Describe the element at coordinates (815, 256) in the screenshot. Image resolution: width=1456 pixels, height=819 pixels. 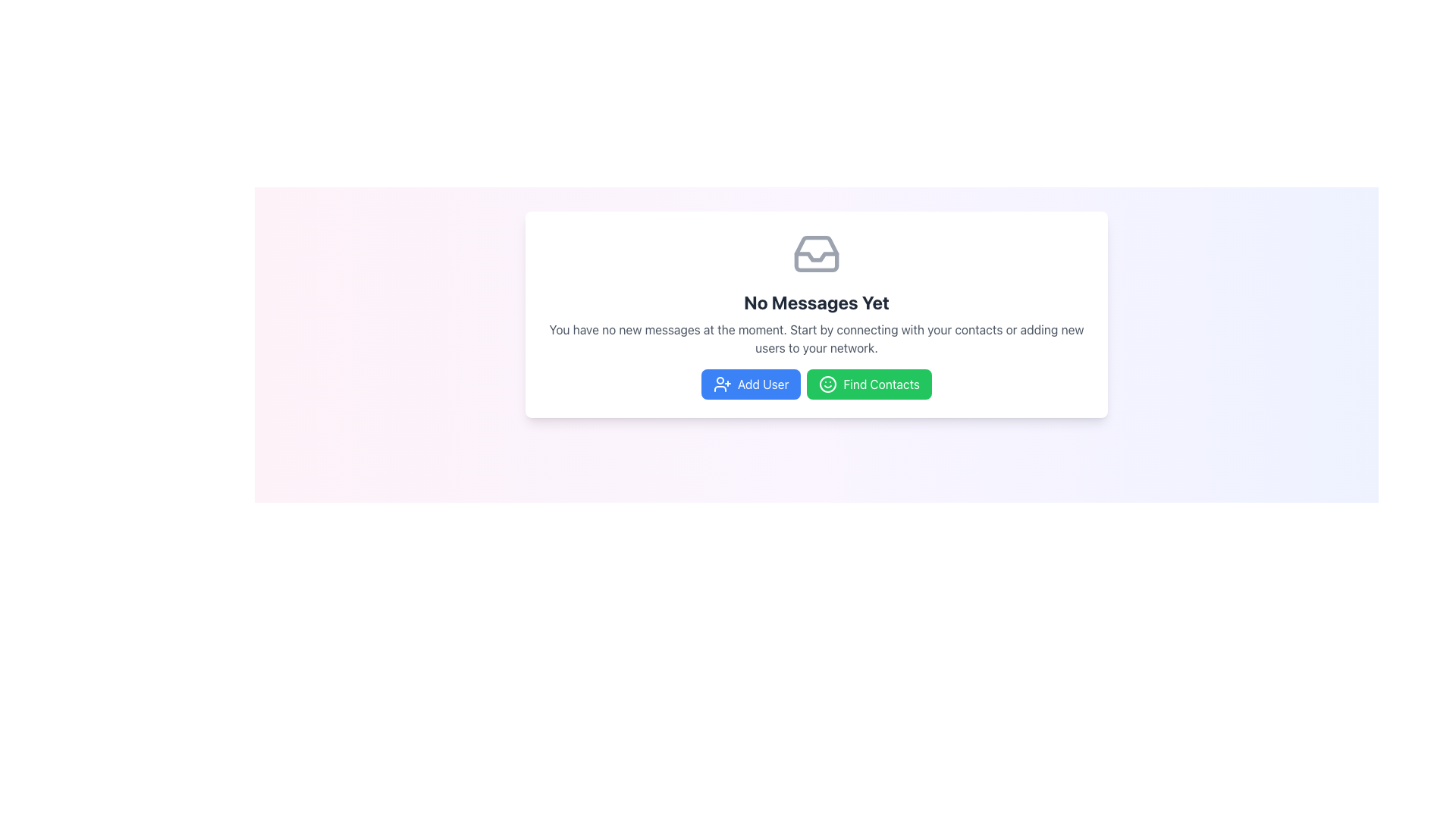
I see `the triangular shape representing the open envelope's flap, which is part of an icon resembling an inbox or message tray located at the top center of the message display section` at that location.